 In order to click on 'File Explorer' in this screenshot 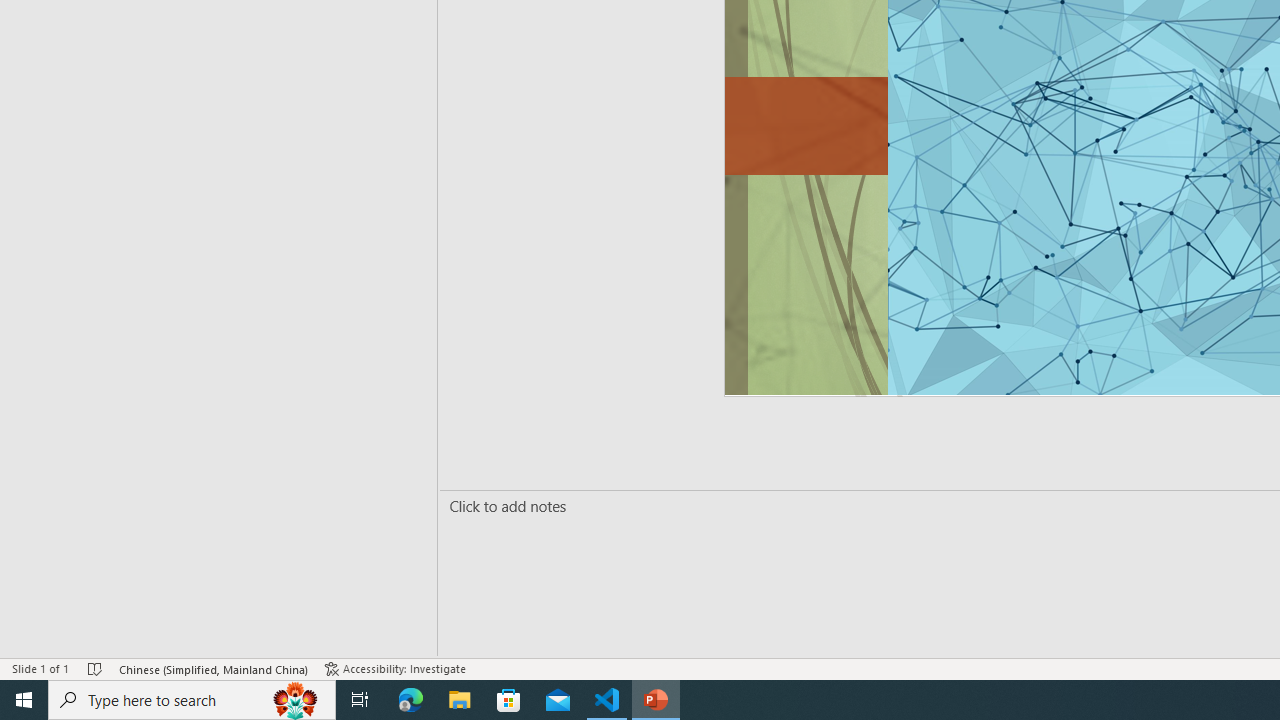, I will do `click(459, 698)`.